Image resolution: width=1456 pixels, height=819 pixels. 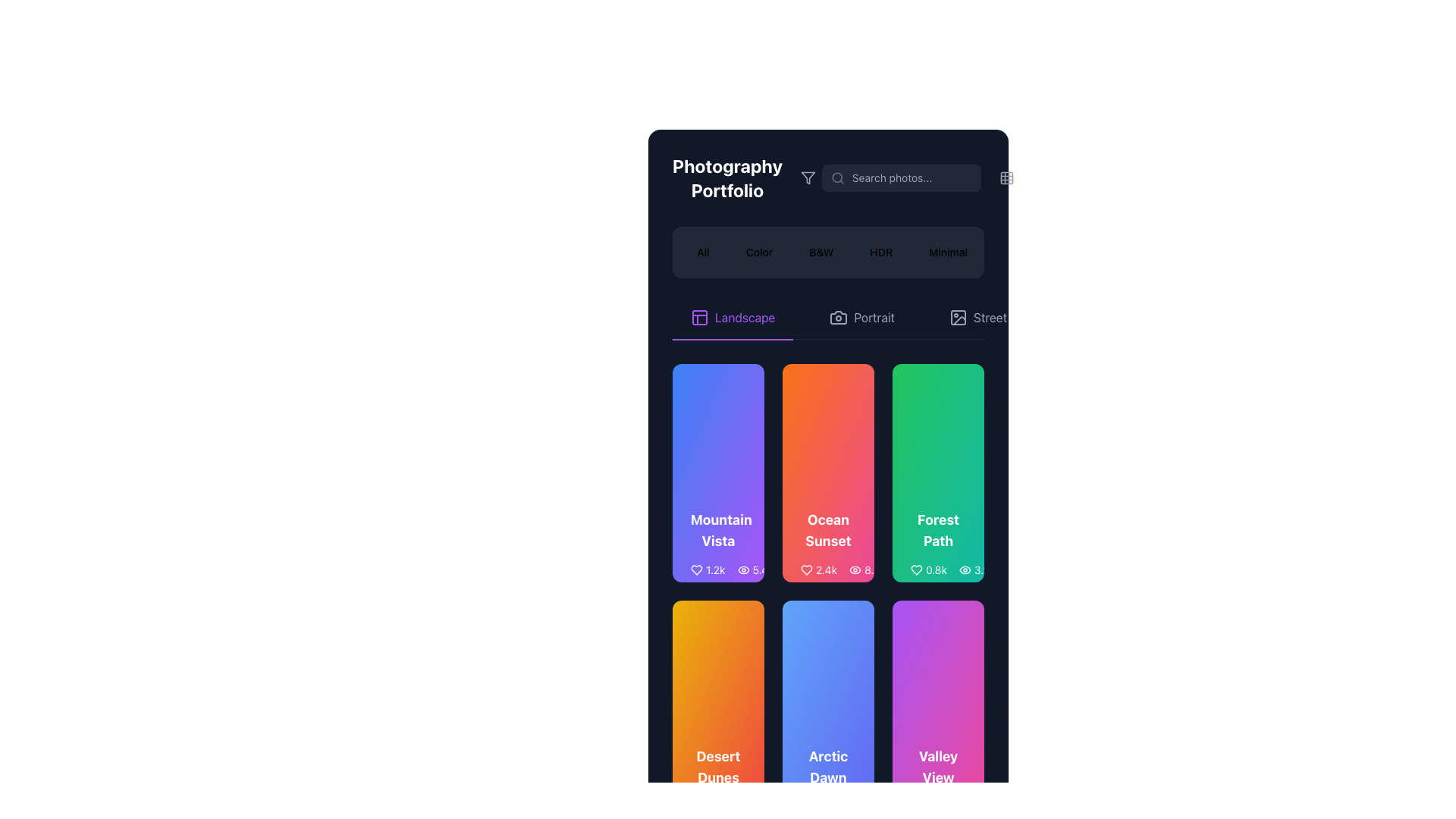 I want to click on the text label displaying the numerical value associated with the eye icon, indicating view count, so click(x=976, y=570).